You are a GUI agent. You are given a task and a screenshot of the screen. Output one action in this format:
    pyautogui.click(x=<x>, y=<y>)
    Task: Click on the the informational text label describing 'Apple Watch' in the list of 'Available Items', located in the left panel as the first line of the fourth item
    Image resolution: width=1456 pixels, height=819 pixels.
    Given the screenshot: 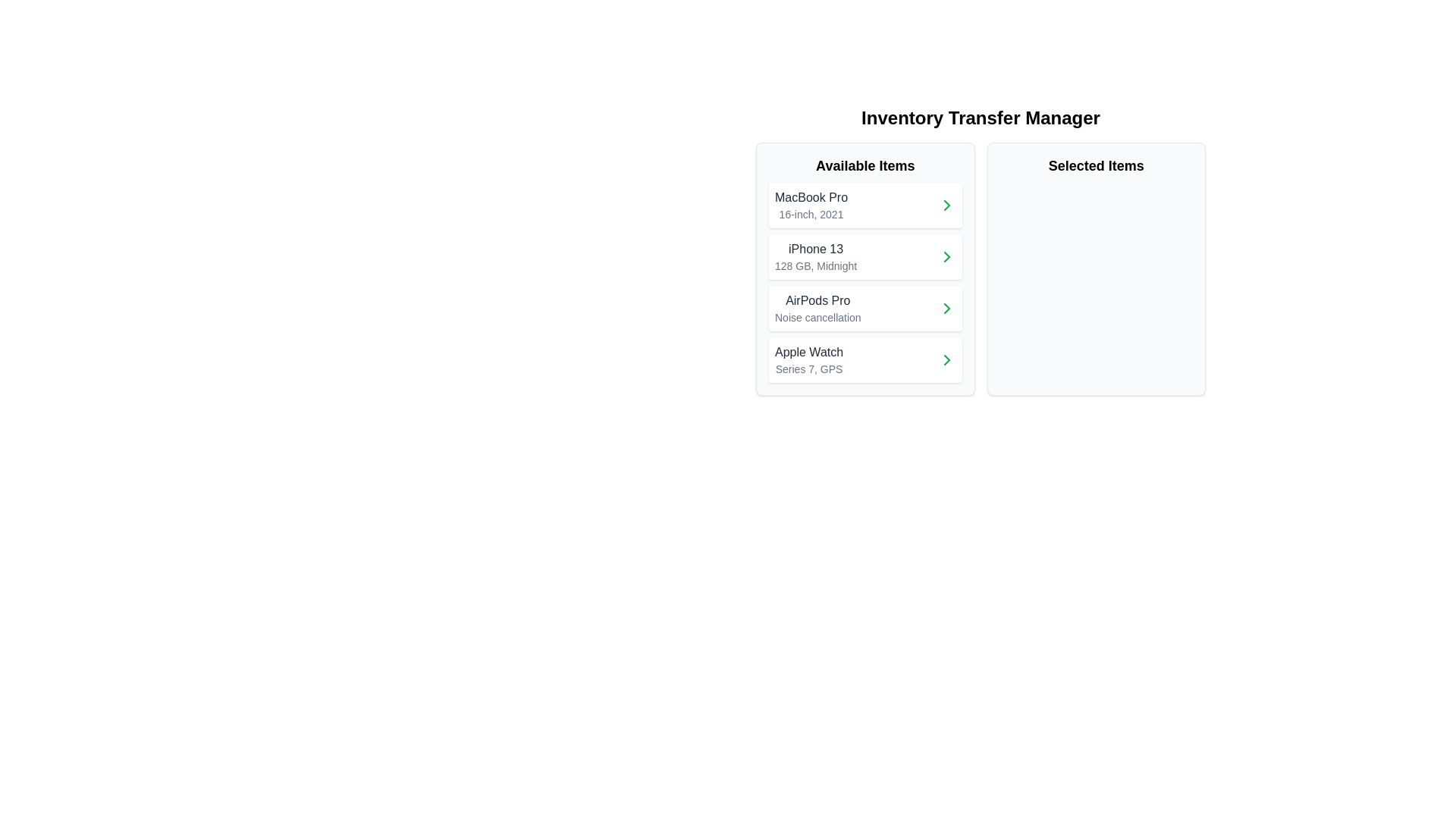 What is the action you would take?
    pyautogui.click(x=808, y=353)
    